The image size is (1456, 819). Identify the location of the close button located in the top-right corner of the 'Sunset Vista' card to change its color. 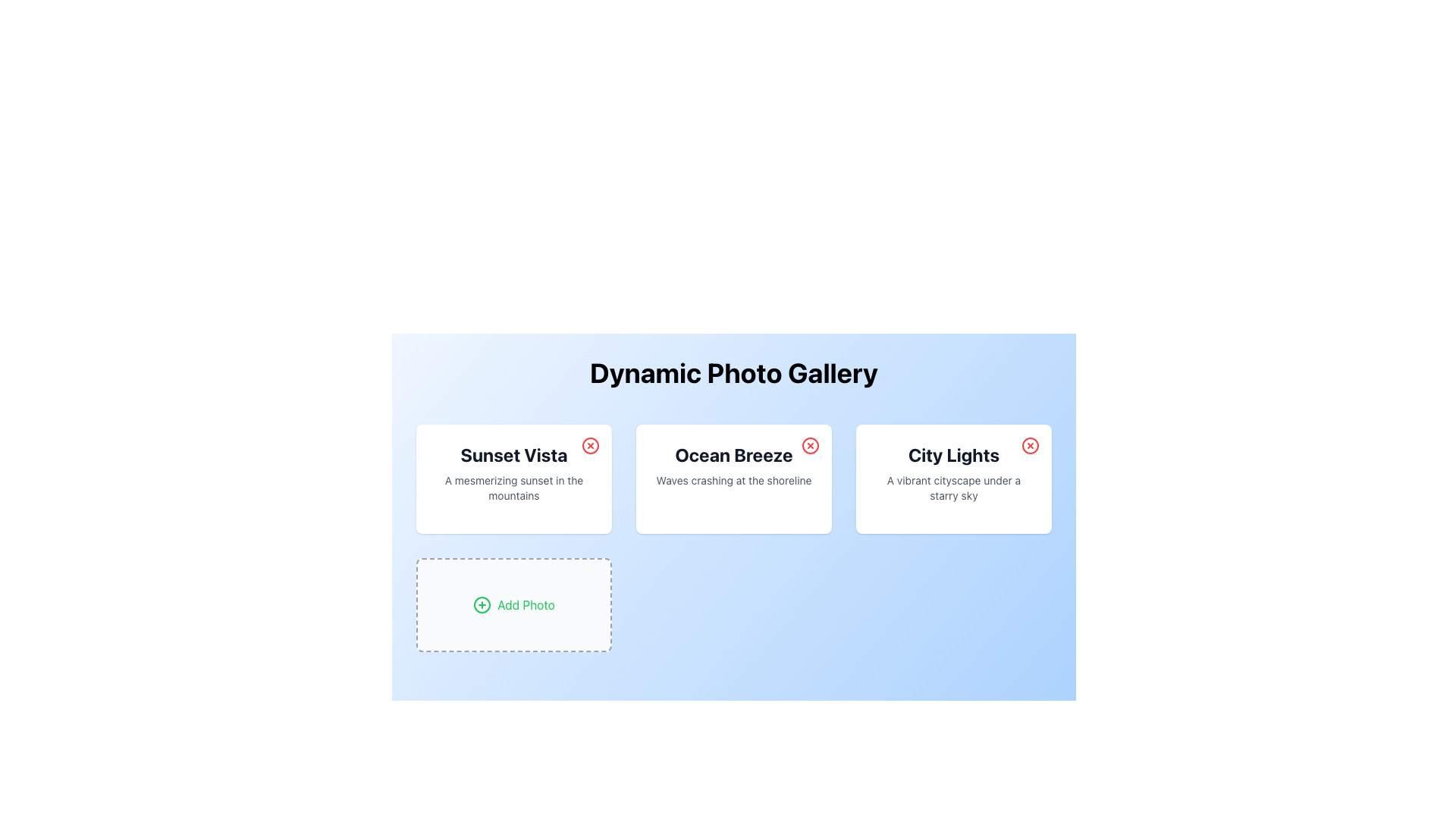
(589, 444).